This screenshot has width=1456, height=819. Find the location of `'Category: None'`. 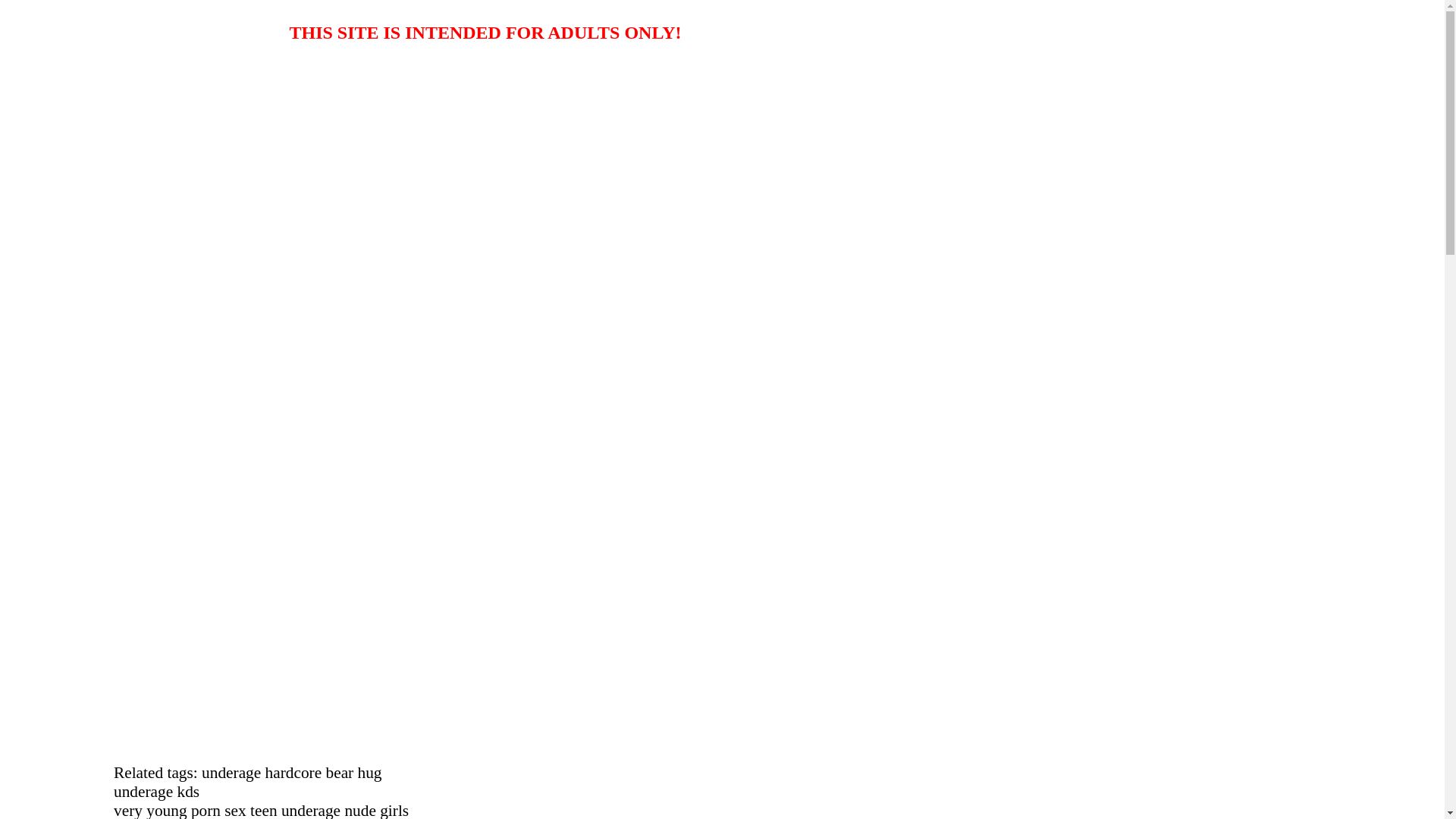

'Category: None' is located at coordinates (36, 115).